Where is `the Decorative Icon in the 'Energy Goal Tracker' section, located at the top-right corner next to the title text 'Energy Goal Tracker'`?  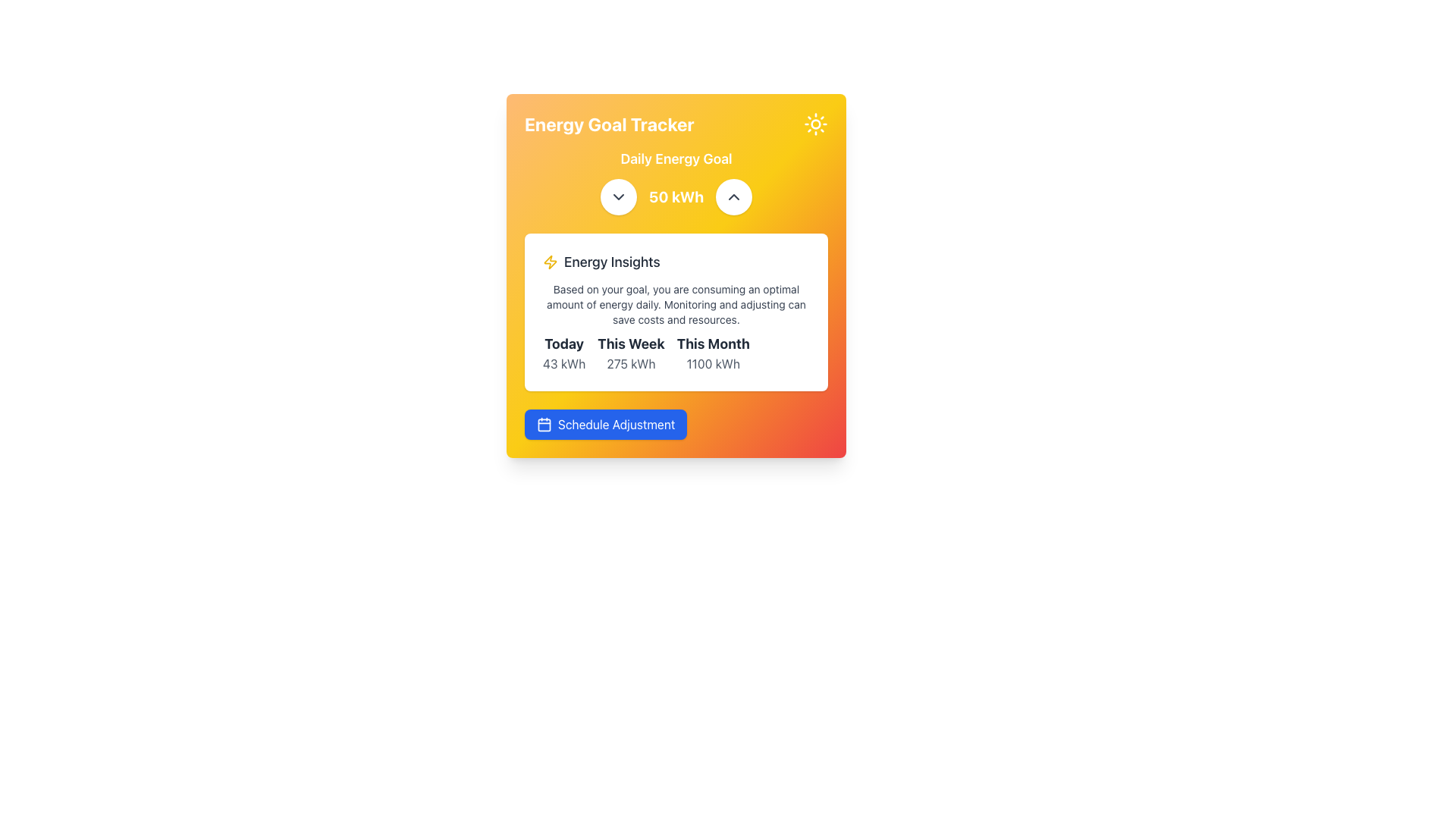 the Decorative Icon in the 'Energy Goal Tracker' section, located at the top-right corner next to the title text 'Energy Goal Tracker' is located at coordinates (814, 124).